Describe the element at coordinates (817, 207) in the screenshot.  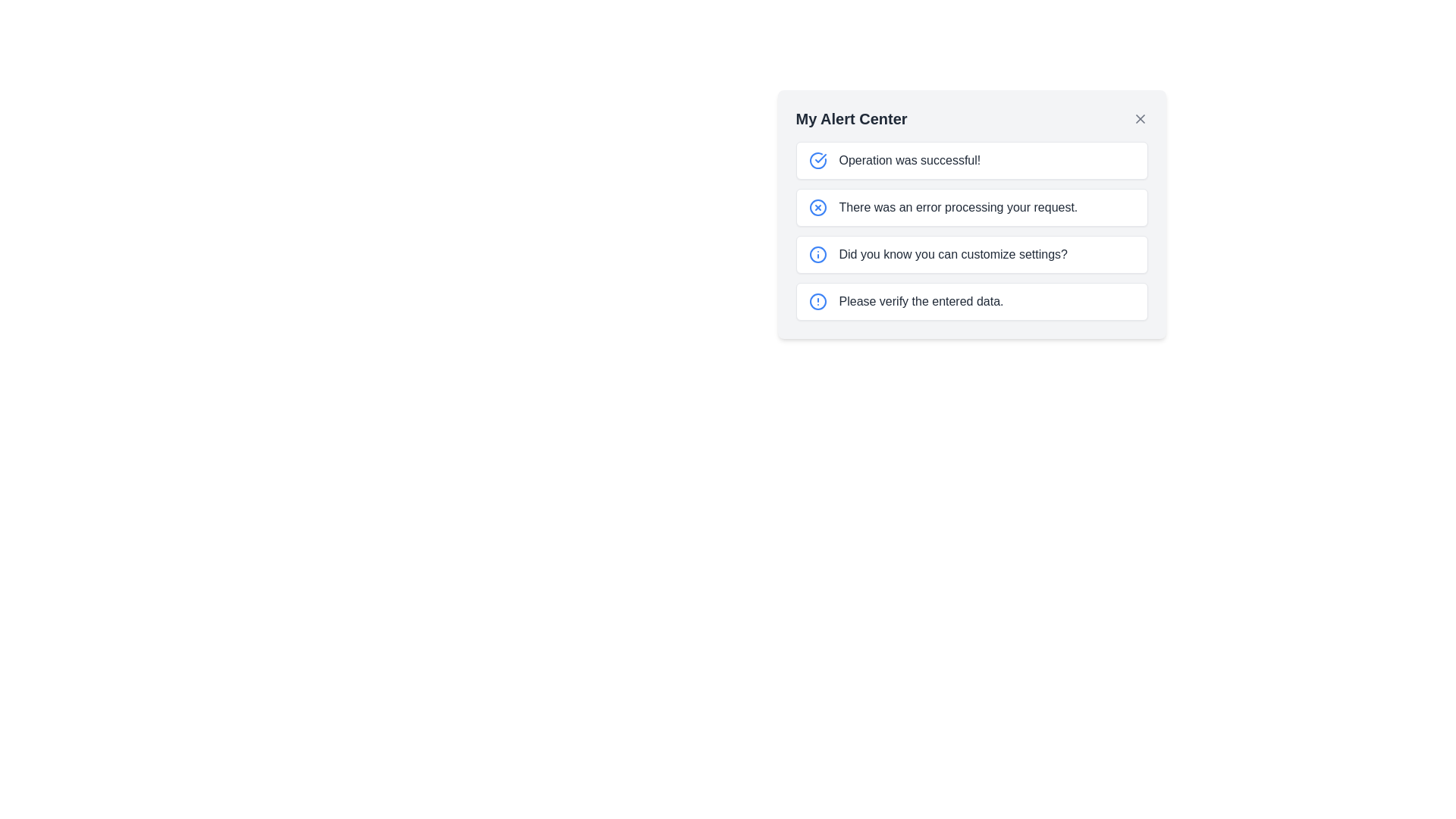
I see `the Circle SVG element that signifies the severity level of the alert indicating an error, located within the notification context for 'There was an error processing your request.'` at that location.